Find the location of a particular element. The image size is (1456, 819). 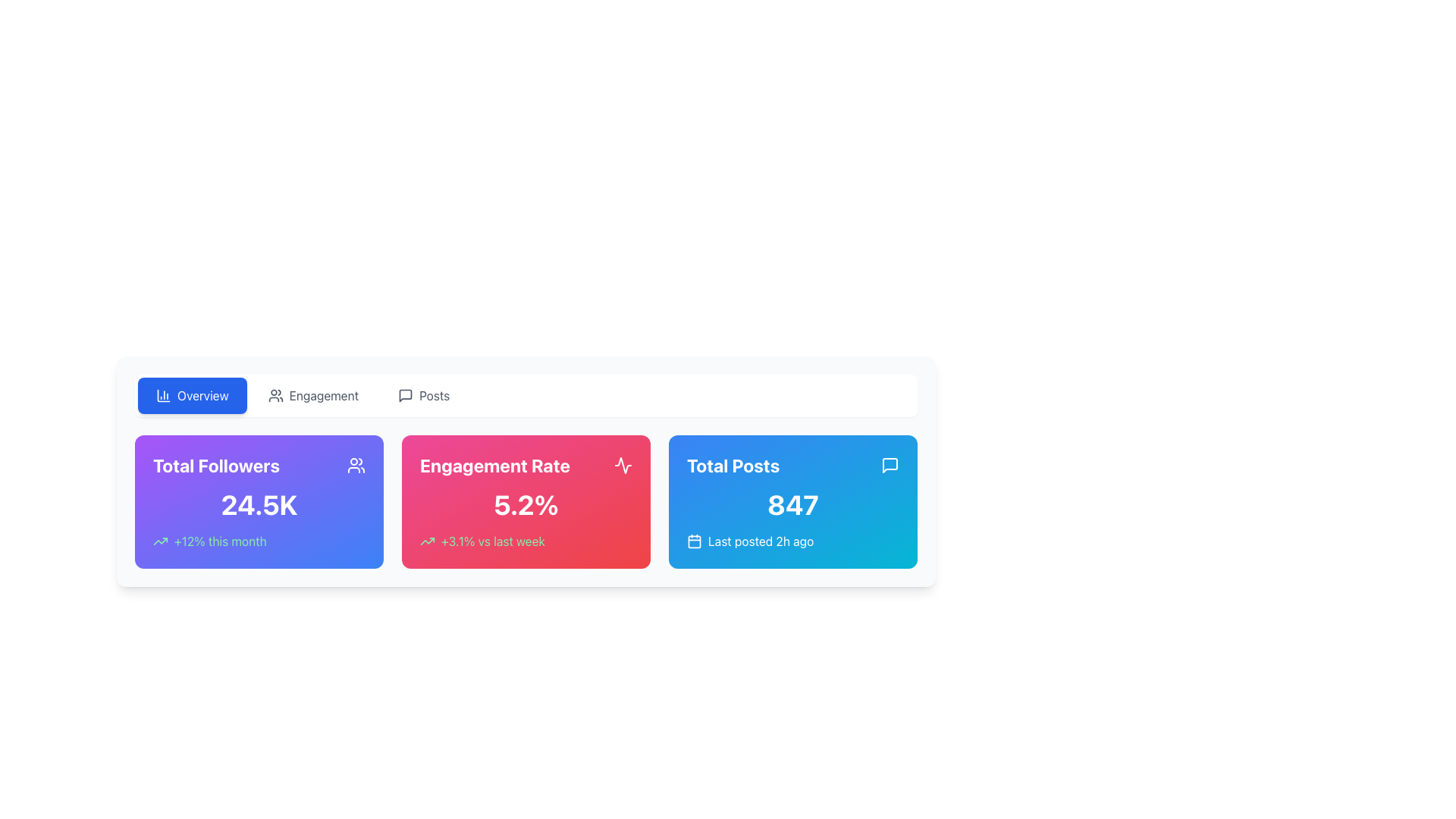

the 'Engagement' button, which is a rounded rectangular button with gray text and an icon representing users is located at coordinates (312, 394).